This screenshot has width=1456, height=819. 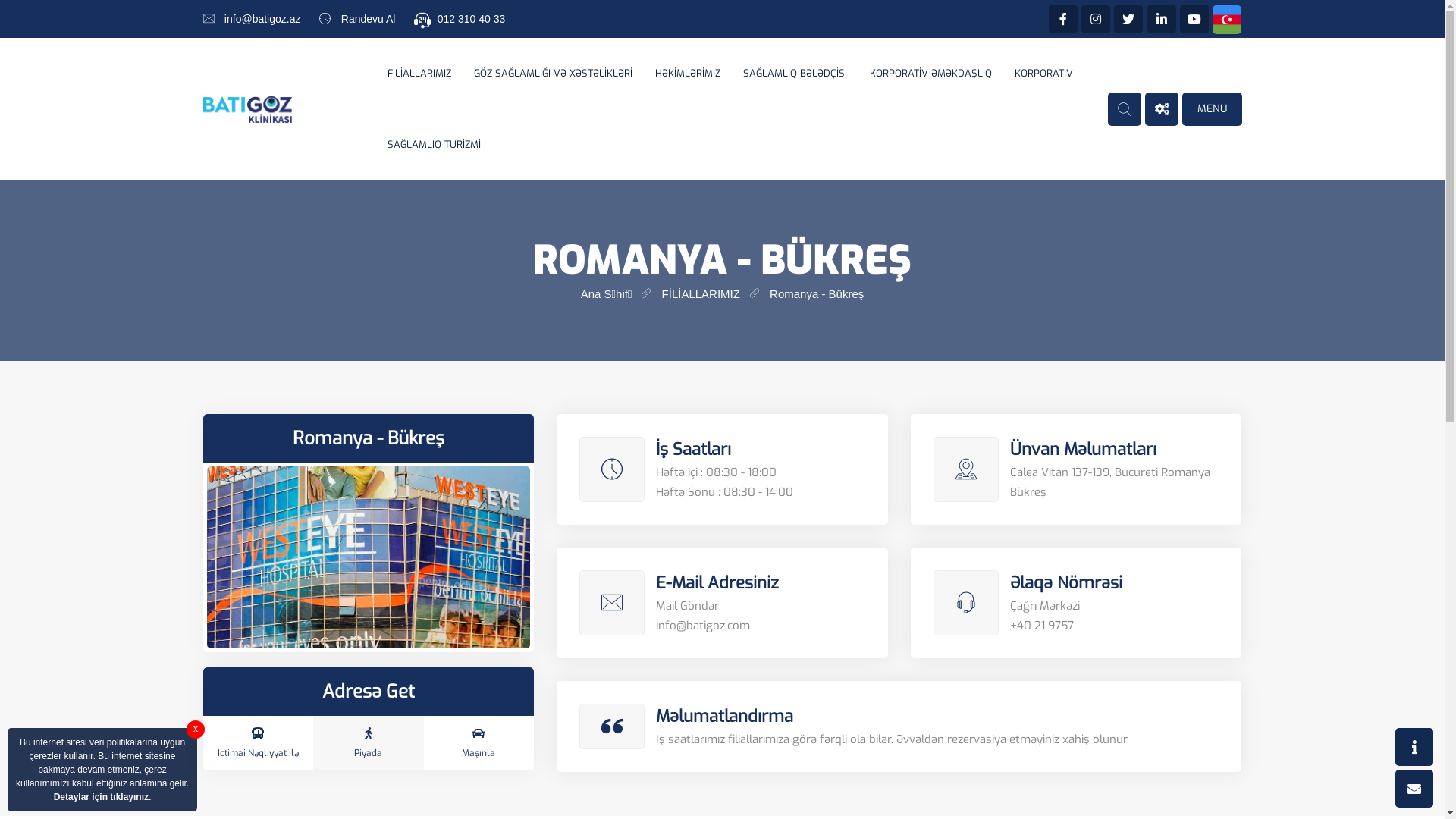 I want to click on 'Piyada', so click(x=368, y=742).